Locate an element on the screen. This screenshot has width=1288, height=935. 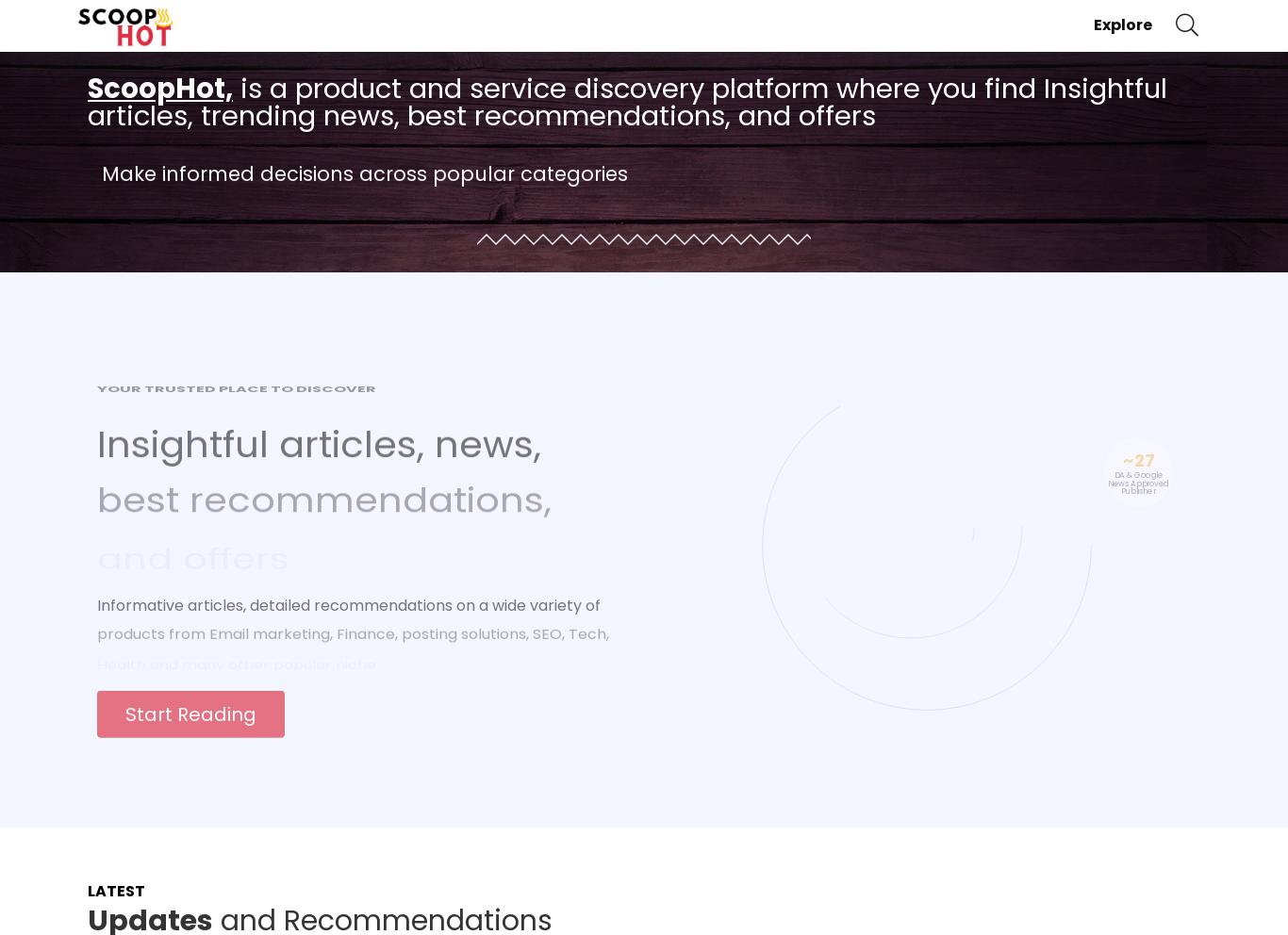
'Explore' is located at coordinates (1123, 23).